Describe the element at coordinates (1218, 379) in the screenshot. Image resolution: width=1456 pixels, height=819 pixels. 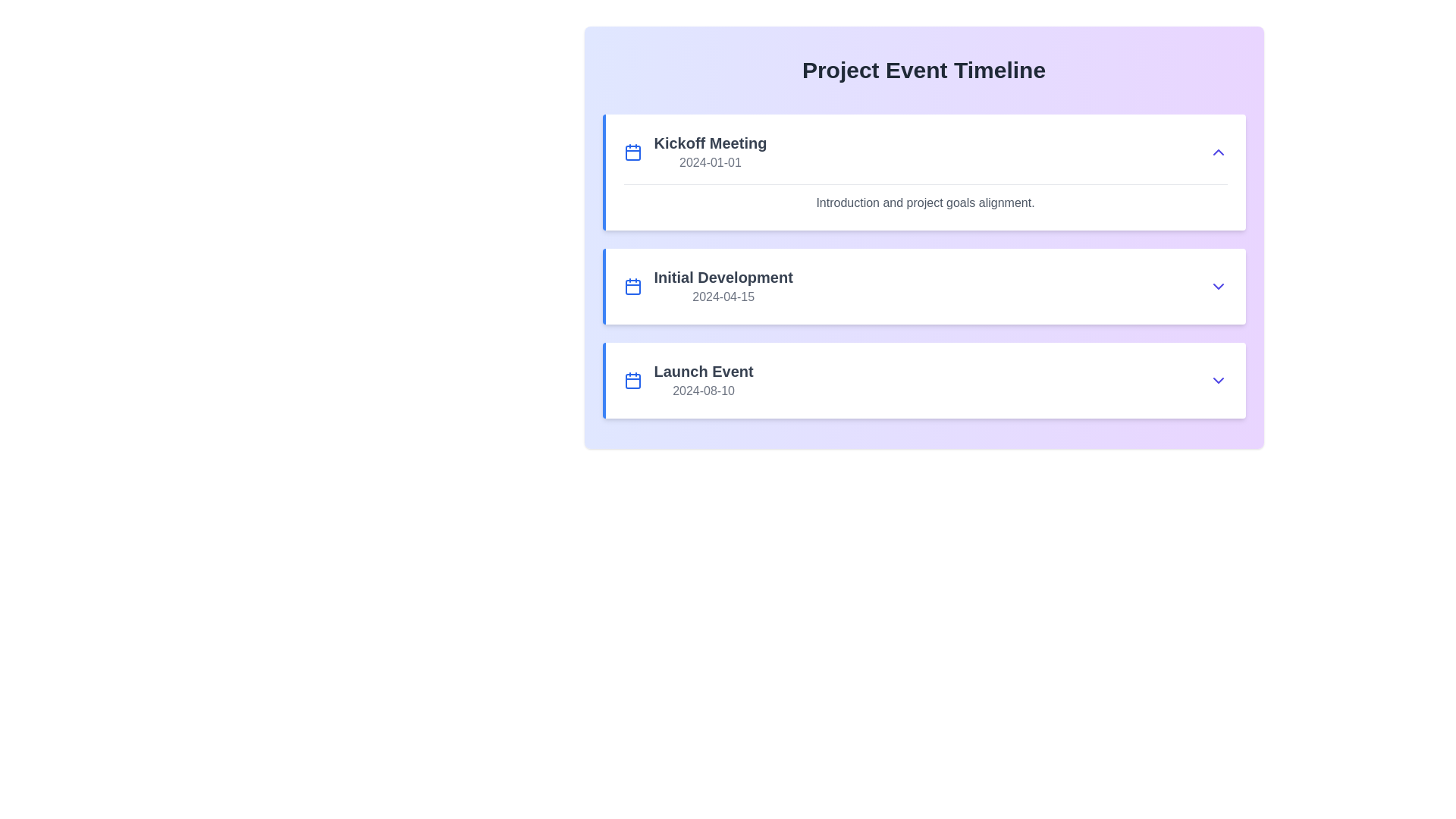
I see `the indigo downward-pointing chevron button located` at that location.